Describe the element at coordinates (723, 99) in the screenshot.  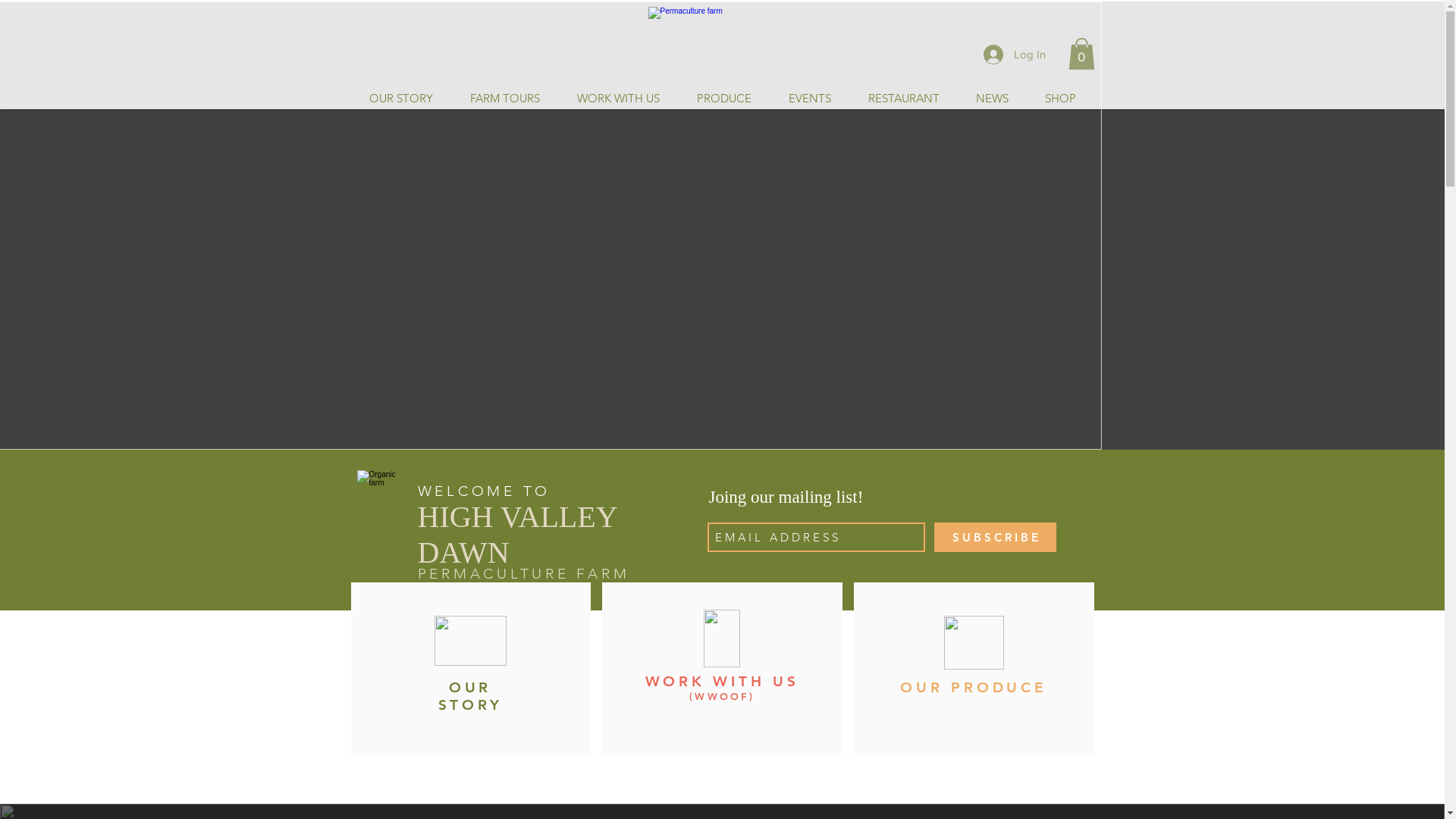
I see `'PRODUCE'` at that location.